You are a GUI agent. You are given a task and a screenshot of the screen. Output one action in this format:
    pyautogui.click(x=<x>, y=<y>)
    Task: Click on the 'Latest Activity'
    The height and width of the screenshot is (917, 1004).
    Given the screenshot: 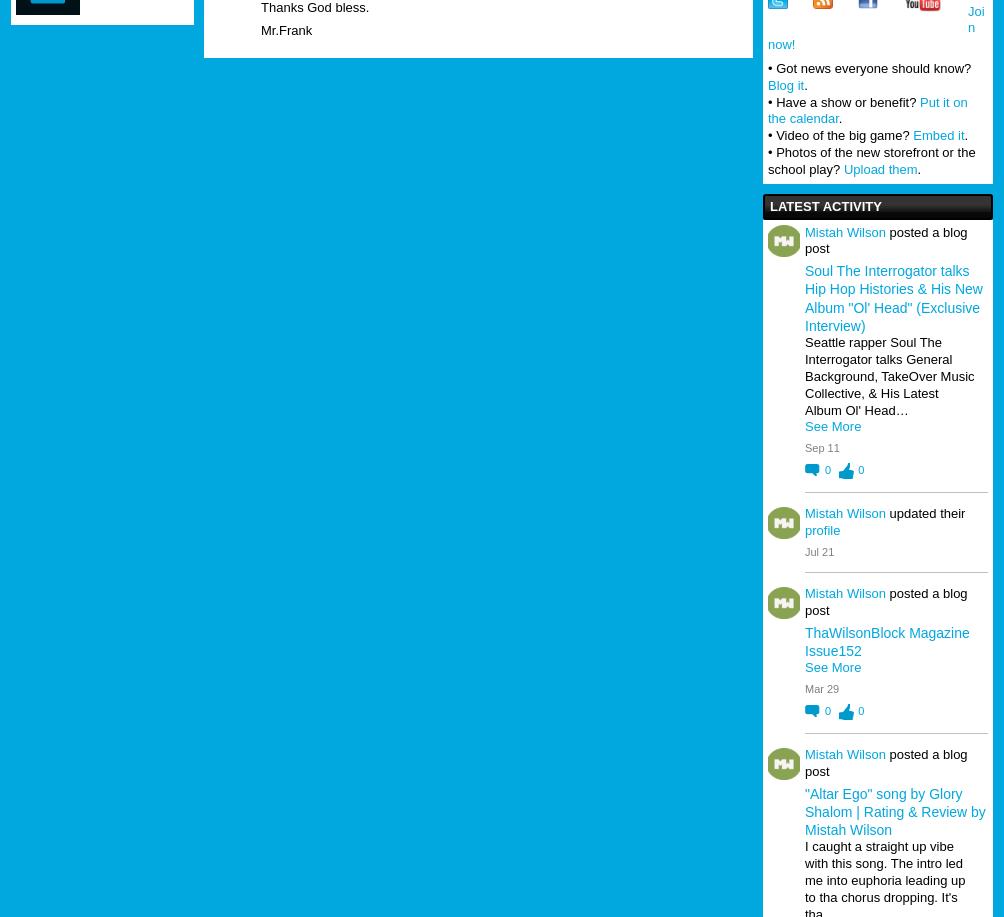 What is the action you would take?
    pyautogui.click(x=769, y=205)
    